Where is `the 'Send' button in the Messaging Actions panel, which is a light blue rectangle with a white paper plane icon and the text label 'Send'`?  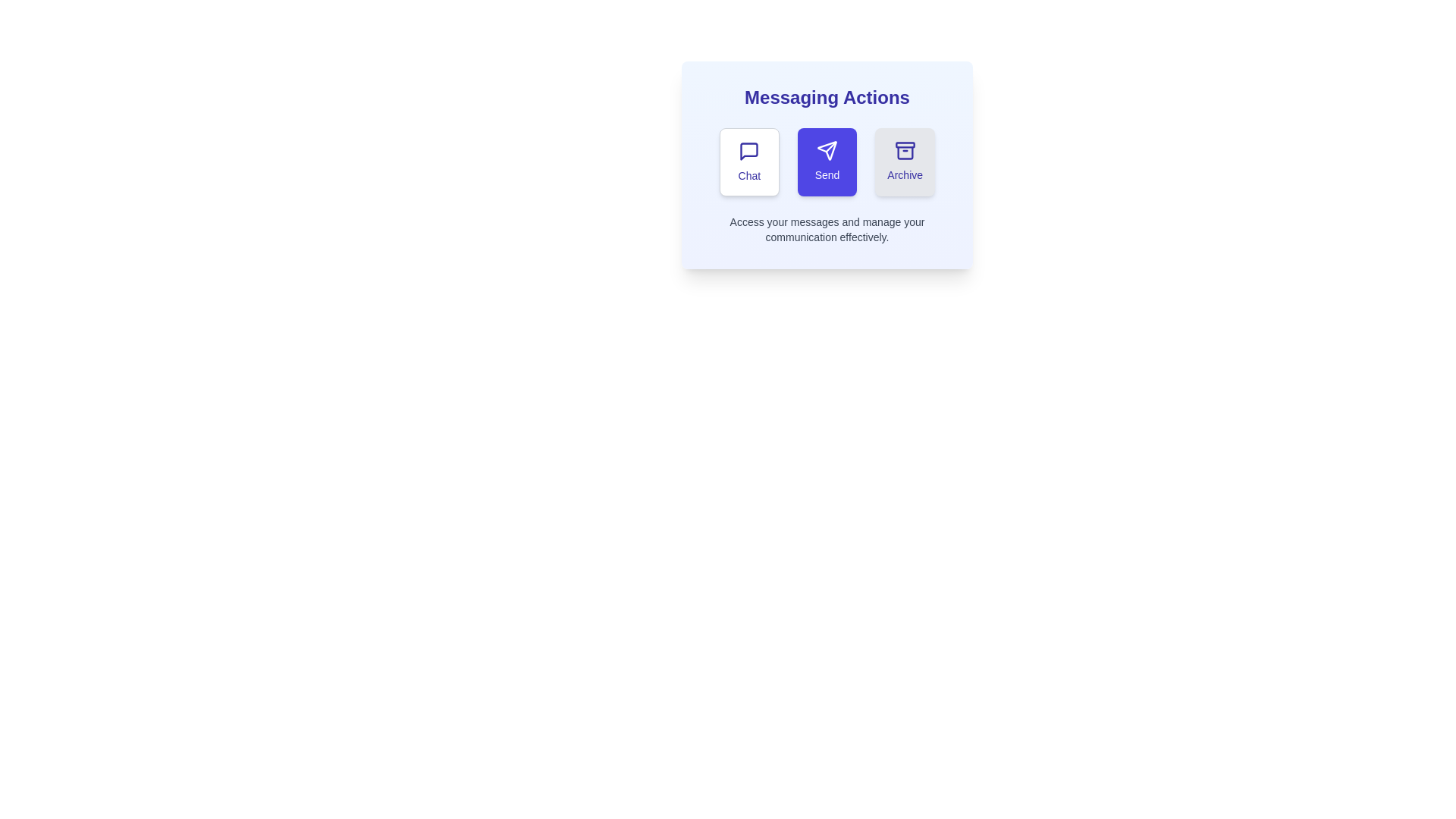 the 'Send' button in the Messaging Actions panel, which is a light blue rectangle with a white paper plane icon and the text label 'Send' is located at coordinates (826, 162).